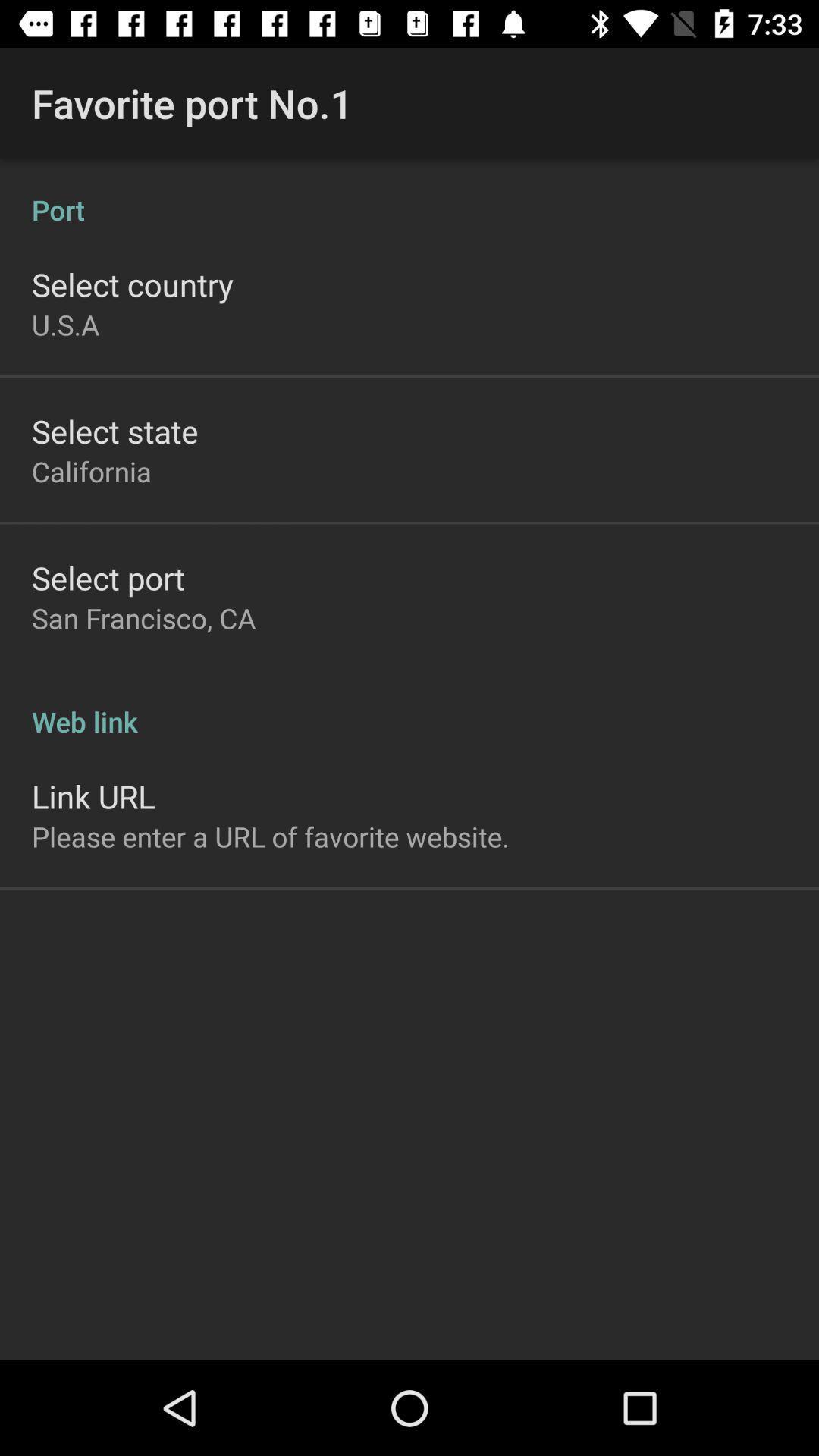 The image size is (819, 1456). I want to click on the item above california item, so click(114, 430).